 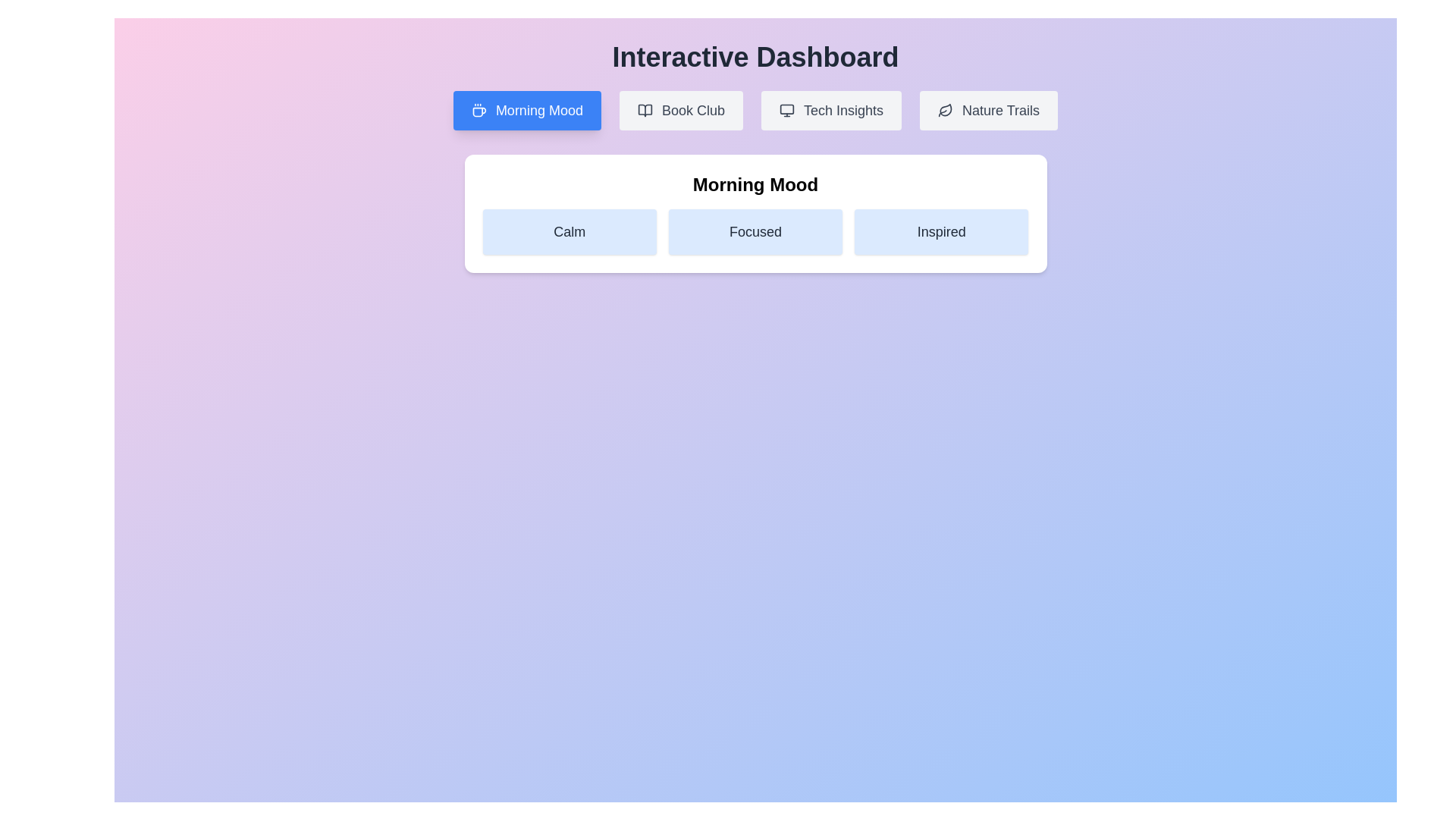 I want to click on the 'Book Club' graphical icon located in the second button from the left in the navigation bar at the top of the interface, so click(x=645, y=110).